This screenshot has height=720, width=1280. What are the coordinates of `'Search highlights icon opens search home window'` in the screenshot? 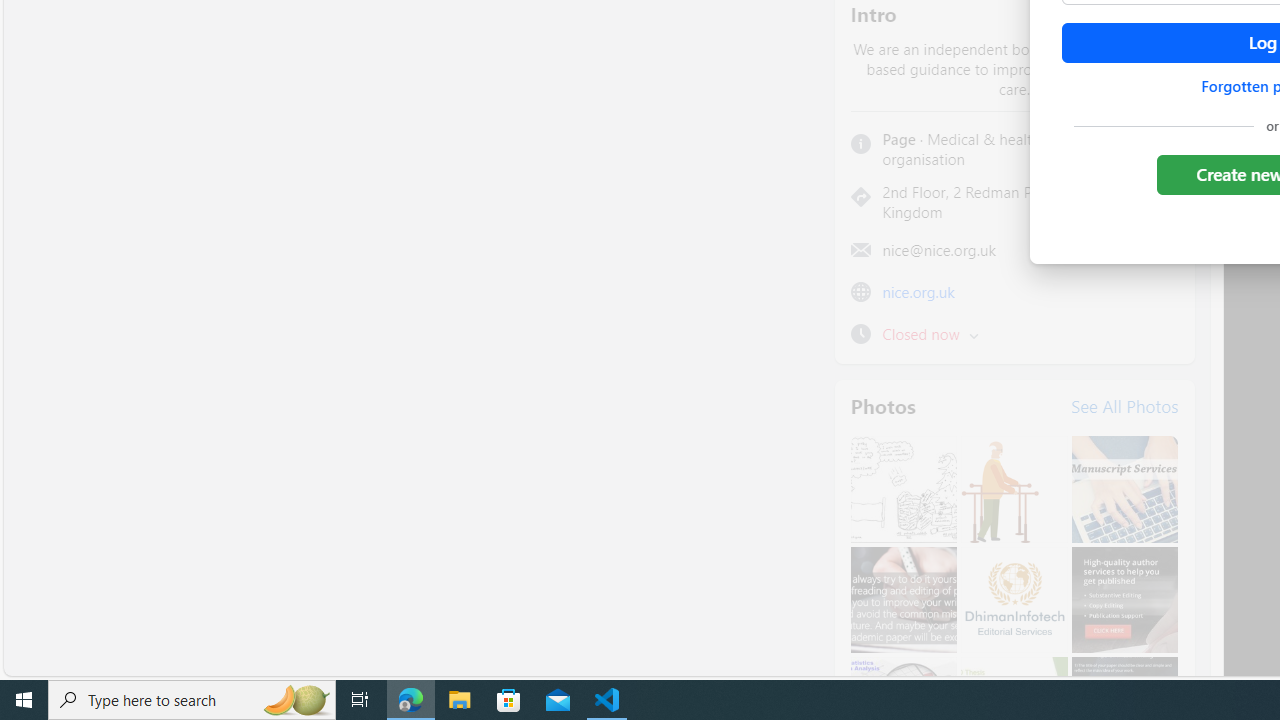 It's located at (294, 698).